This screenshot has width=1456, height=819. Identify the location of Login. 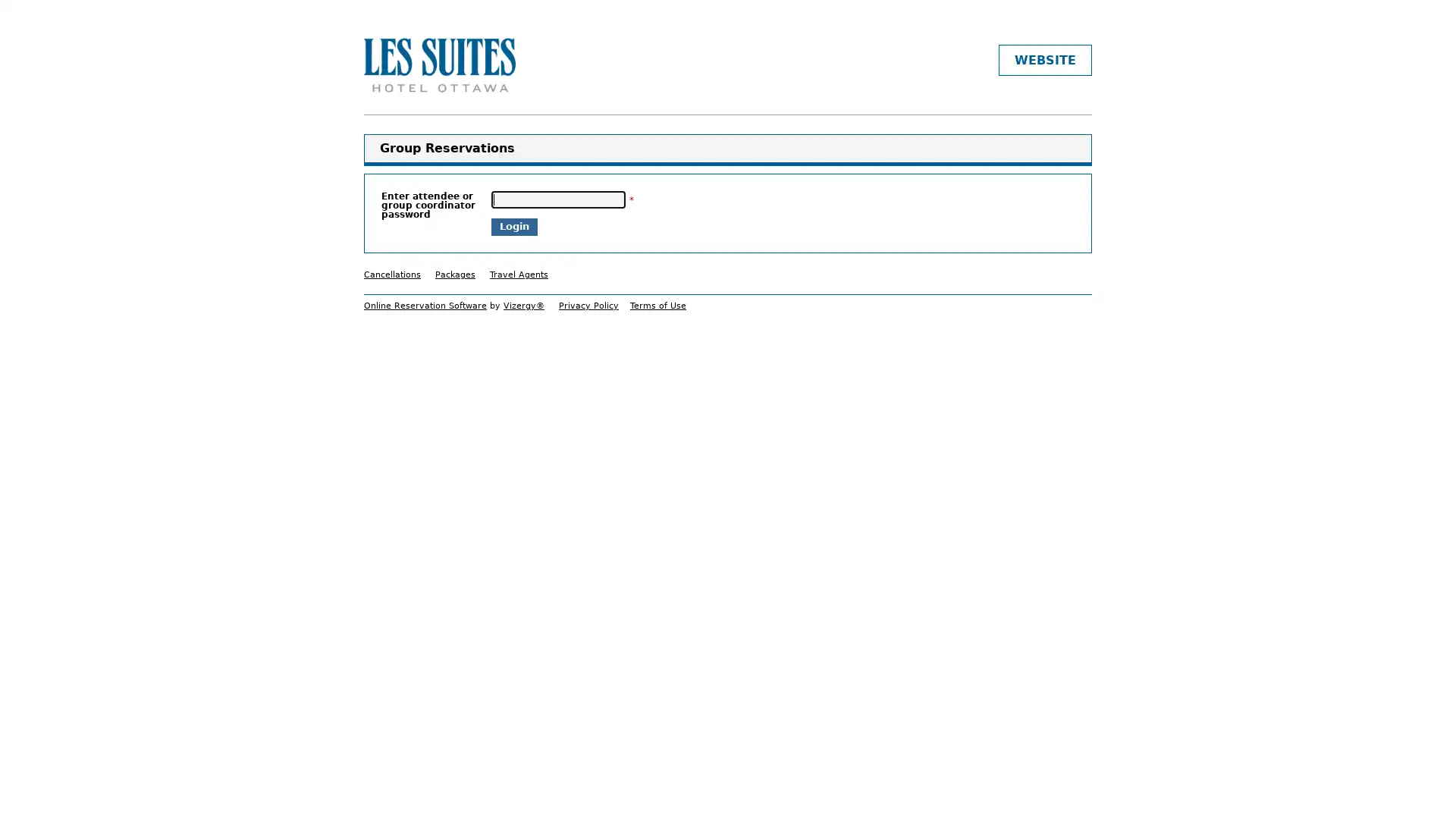
(514, 227).